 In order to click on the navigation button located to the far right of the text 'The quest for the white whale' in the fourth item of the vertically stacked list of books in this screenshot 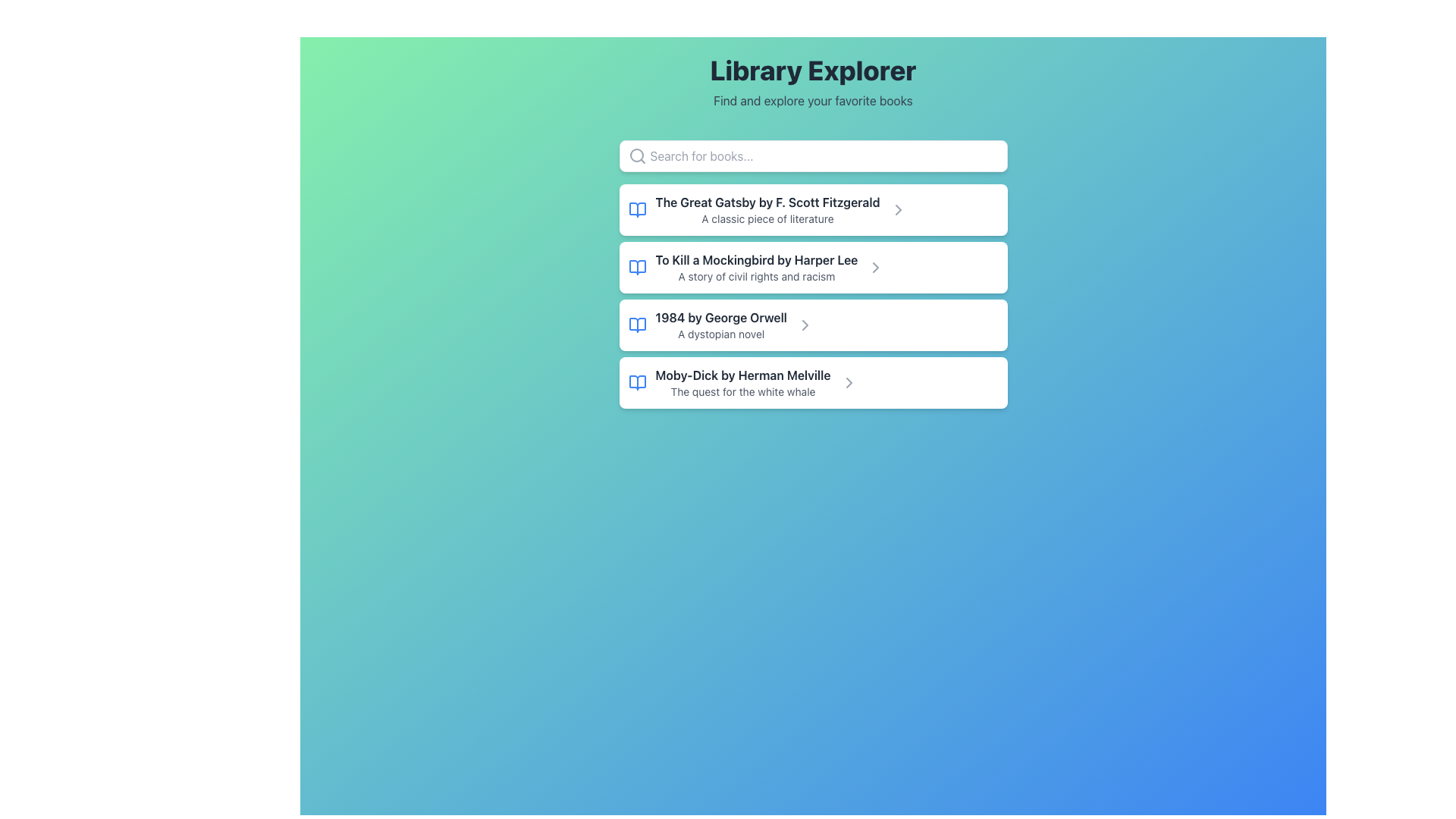, I will do `click(848, 382)`.